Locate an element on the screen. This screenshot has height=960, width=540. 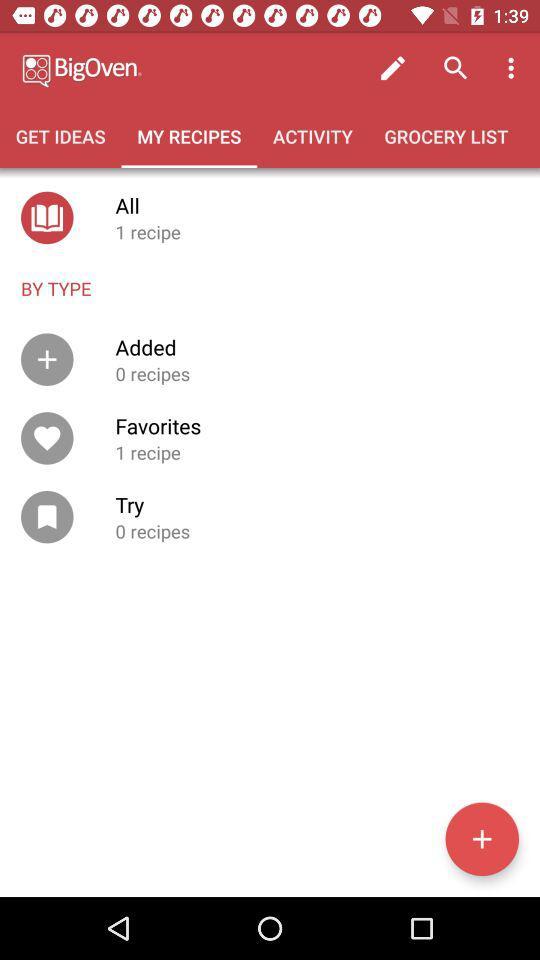
the item at the bottom right corner is located at coordinates (481, 839).